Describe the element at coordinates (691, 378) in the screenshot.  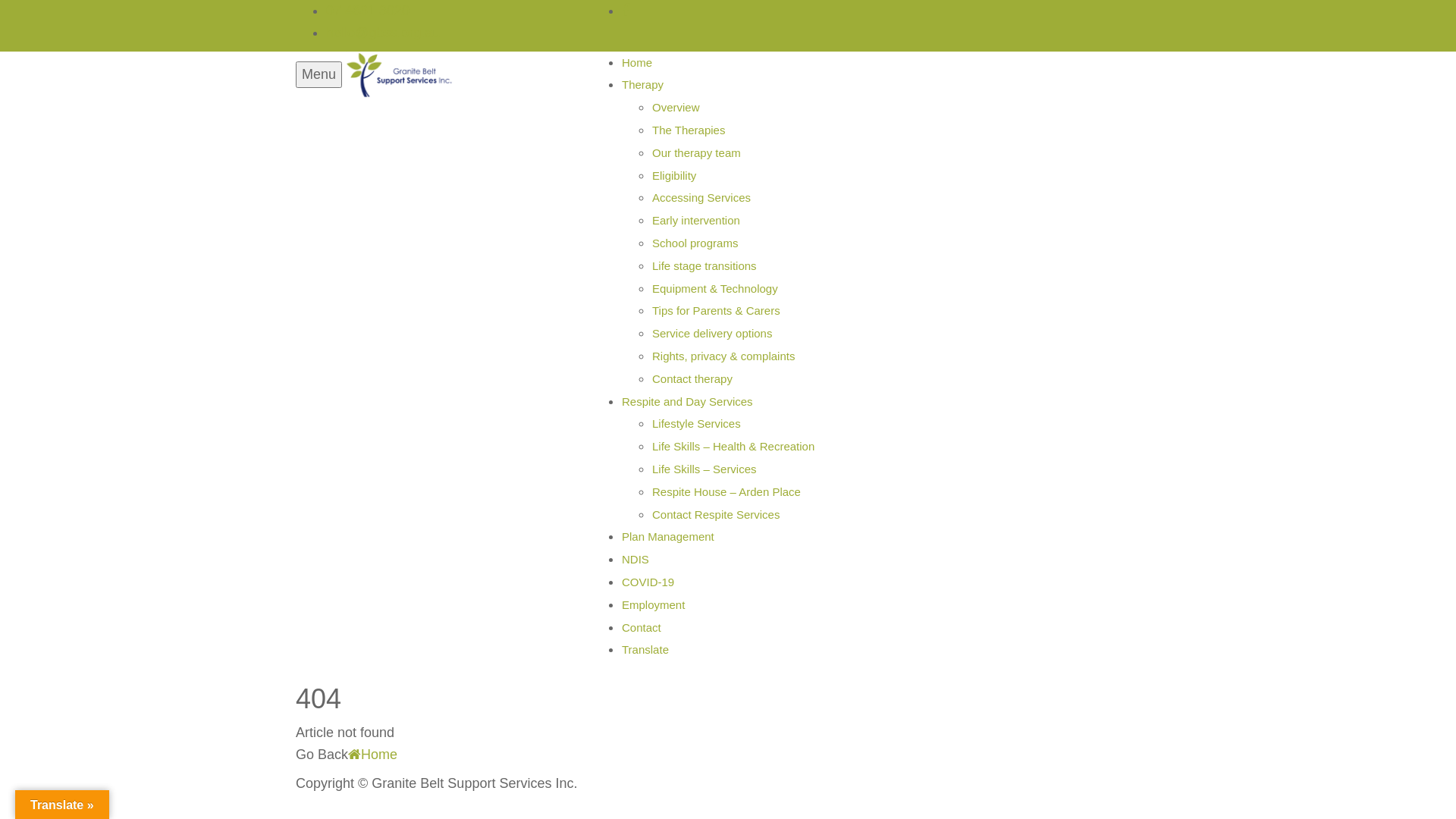
I see `'Contact therapy'` at that location.